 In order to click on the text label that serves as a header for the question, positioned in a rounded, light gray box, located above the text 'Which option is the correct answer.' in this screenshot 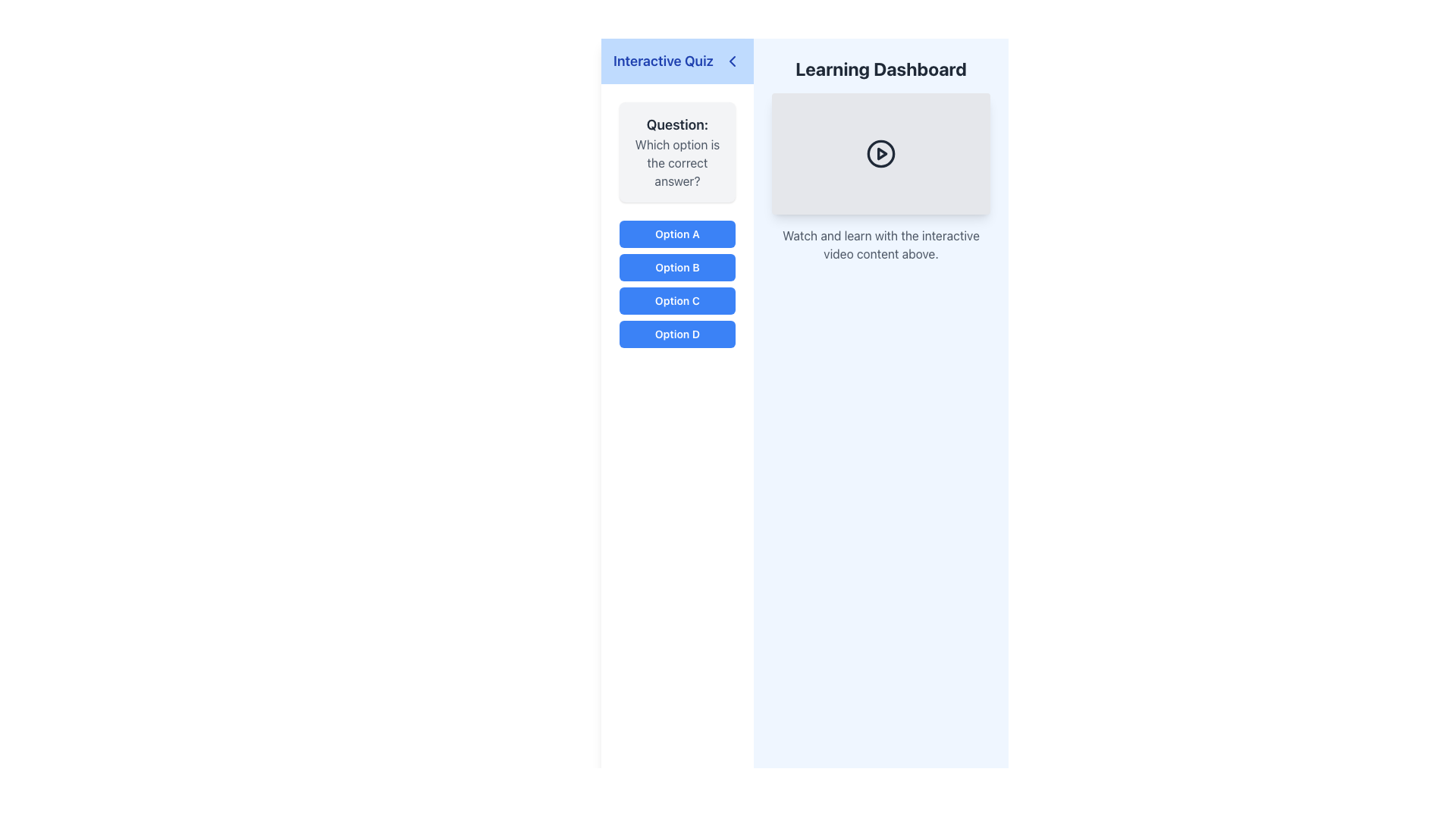, I will do `click(676, 124)`.